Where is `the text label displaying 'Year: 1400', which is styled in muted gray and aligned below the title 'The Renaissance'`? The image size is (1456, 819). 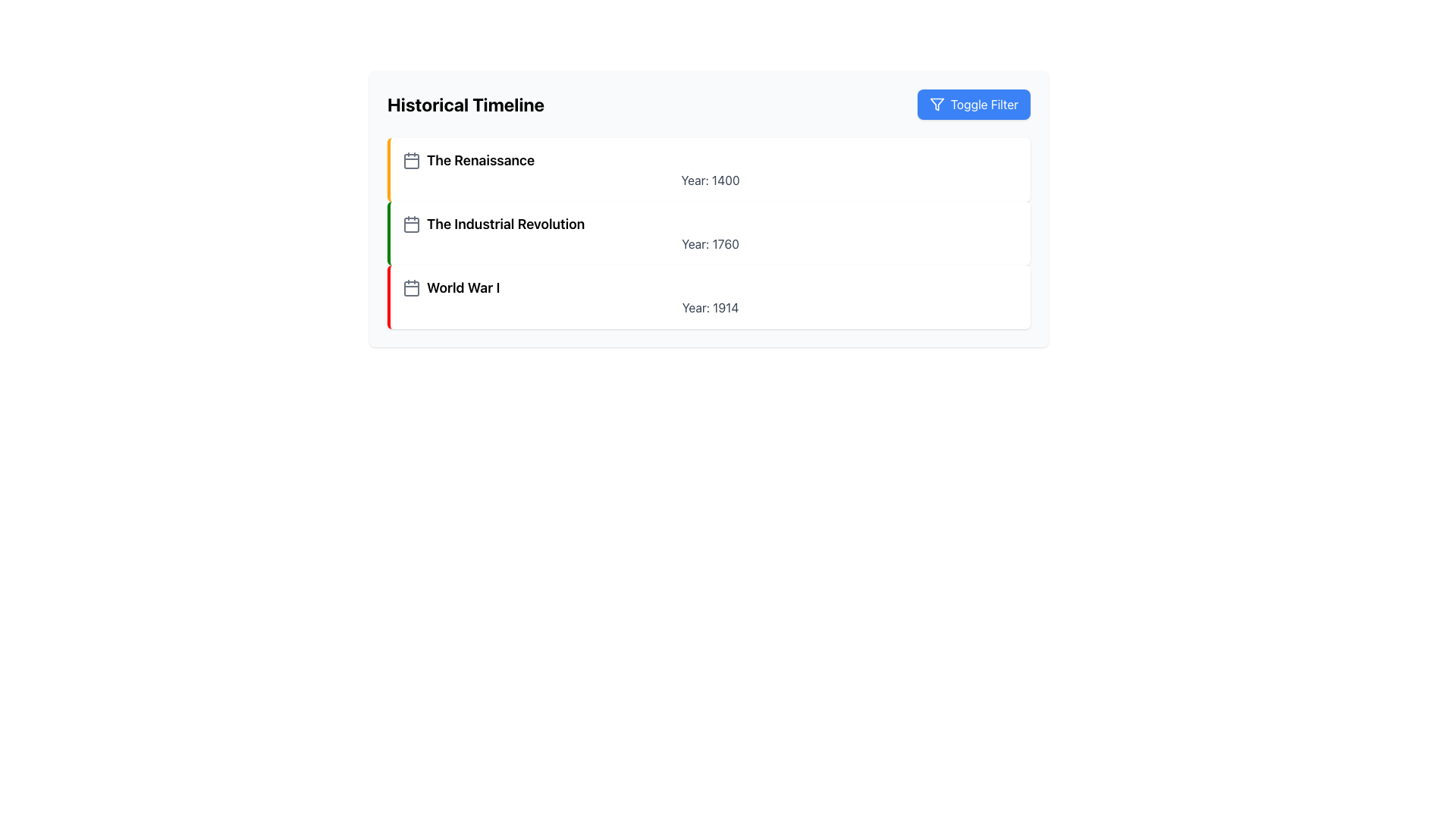
the text label displaying 'Year: 1400', which is styled in muted gray and aligned below the title 'The Renaissance' is located at coordinates (709, 180).